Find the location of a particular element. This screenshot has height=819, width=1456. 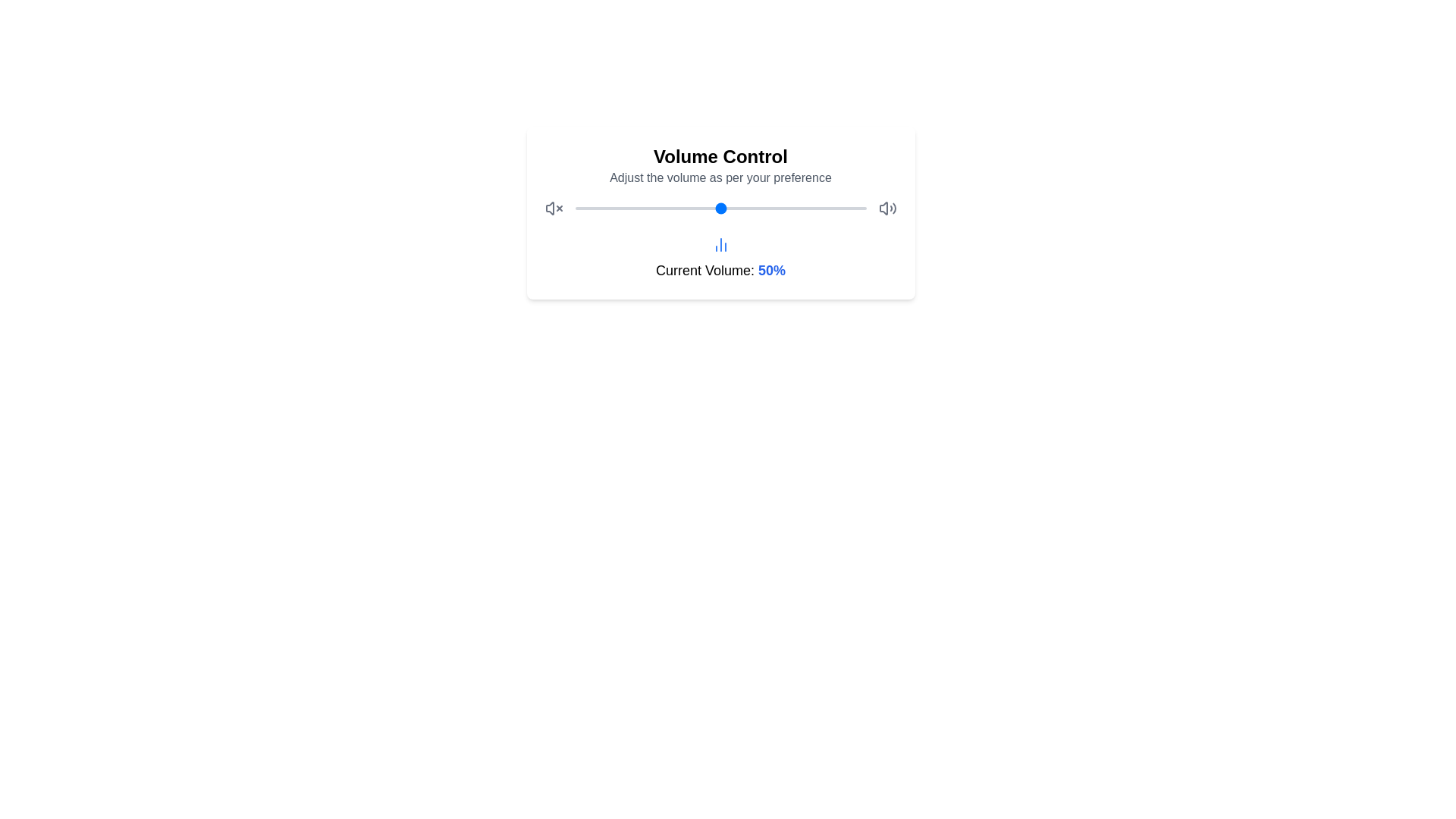

the volume slider to set the volume to 92% is located at coordinates (842, 208).